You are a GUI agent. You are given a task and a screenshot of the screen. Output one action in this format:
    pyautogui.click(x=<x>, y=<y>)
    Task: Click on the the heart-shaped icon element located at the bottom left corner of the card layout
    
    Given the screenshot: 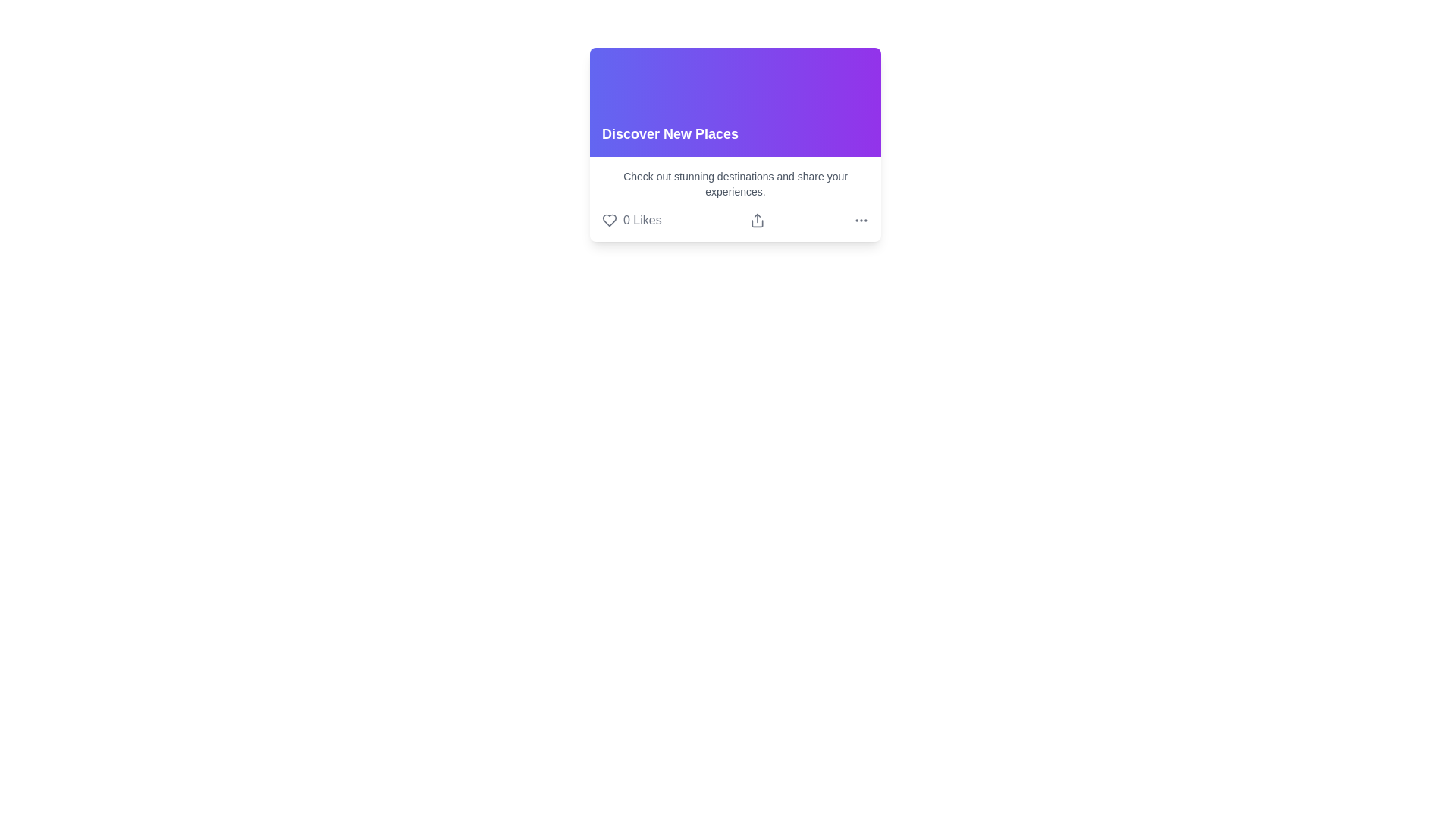 What is the action you would take?
    pyautogui.click(x=610, y=220)
    